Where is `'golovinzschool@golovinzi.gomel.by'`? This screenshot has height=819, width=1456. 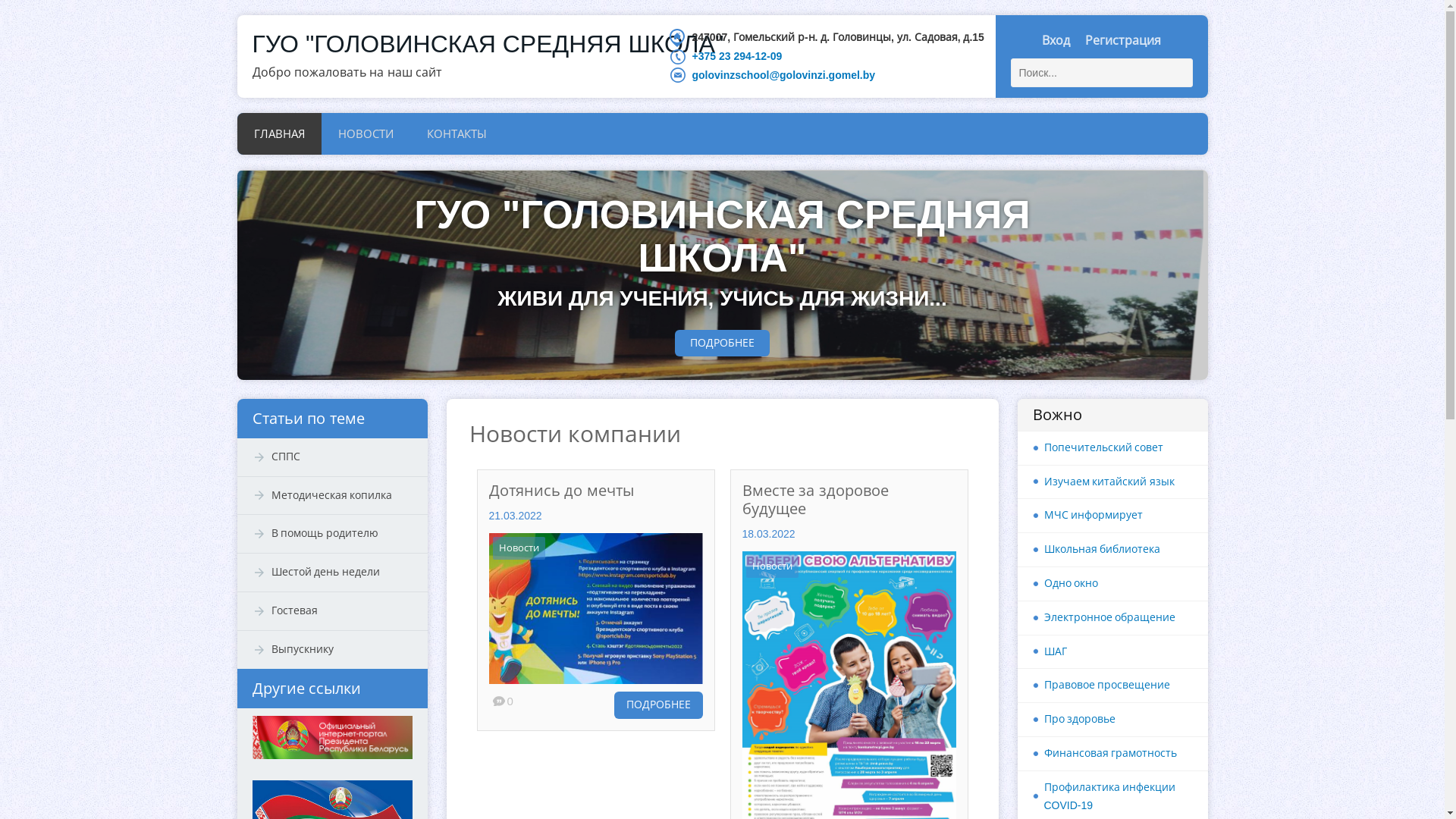
'golovinzschool@golovinzi.gomel.by' is located at coordinates (783, 75).